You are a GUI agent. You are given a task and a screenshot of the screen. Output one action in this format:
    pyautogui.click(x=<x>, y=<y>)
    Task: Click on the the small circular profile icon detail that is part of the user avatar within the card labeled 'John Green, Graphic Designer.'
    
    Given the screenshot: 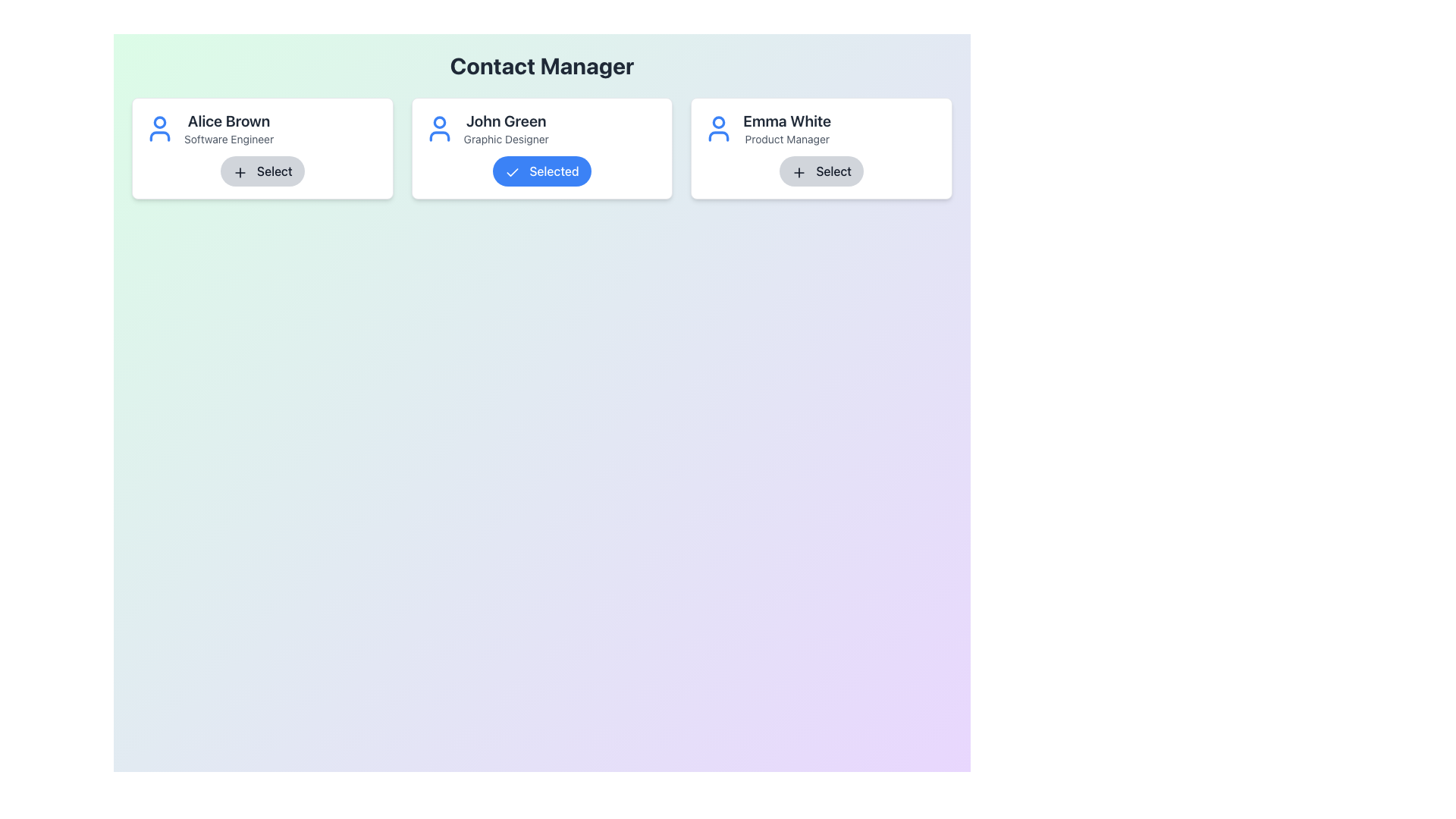 What is the action you would take?
    pyautogui.click(x=438, y=121)
    